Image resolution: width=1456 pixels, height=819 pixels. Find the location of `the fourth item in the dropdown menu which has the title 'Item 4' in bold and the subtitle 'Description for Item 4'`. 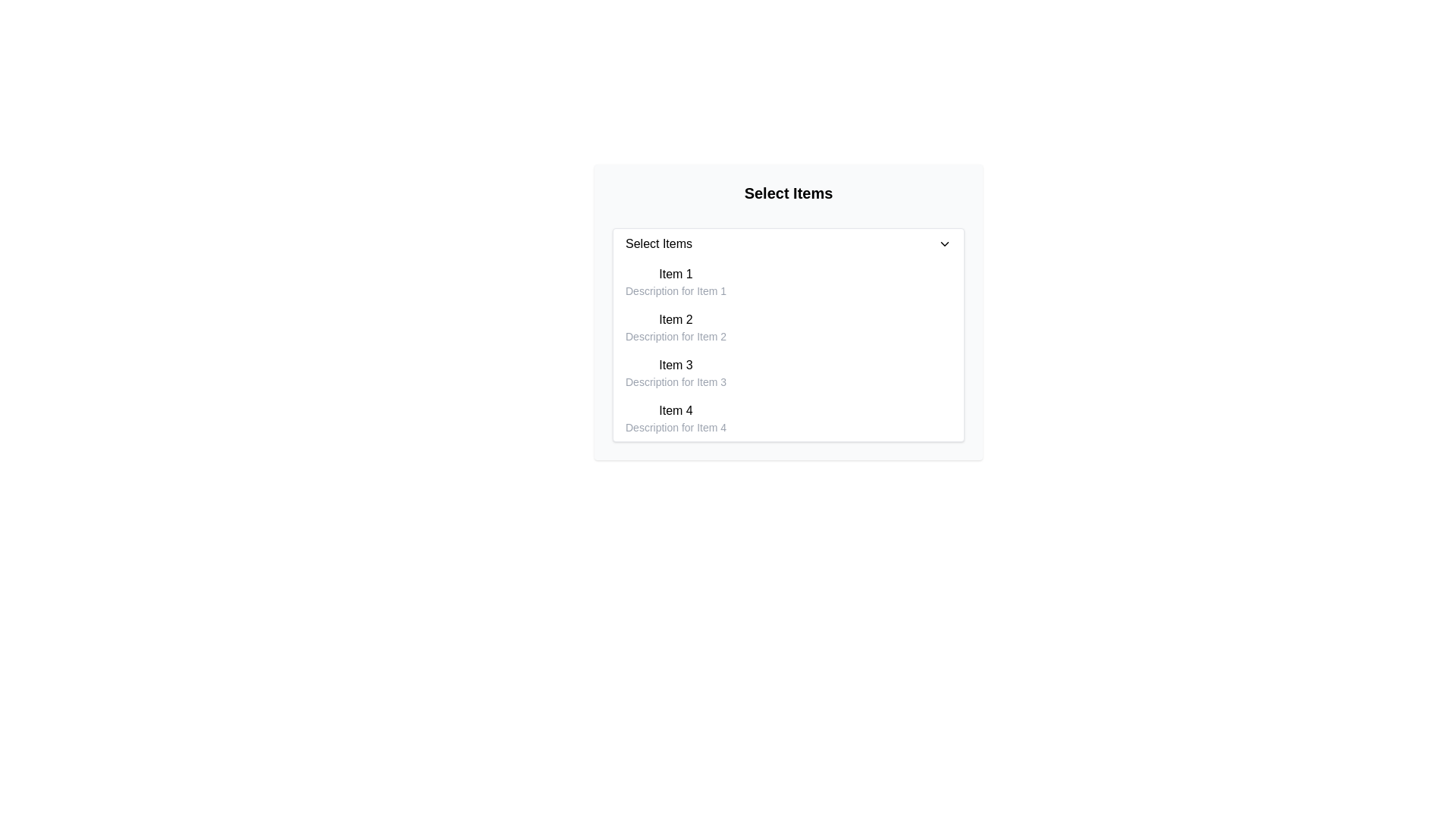

the fourth item in the dropdown menu which has the title 'Item 4' in bold and the subtitle 'Description for Item 4' is located at coordinates (675, 418).